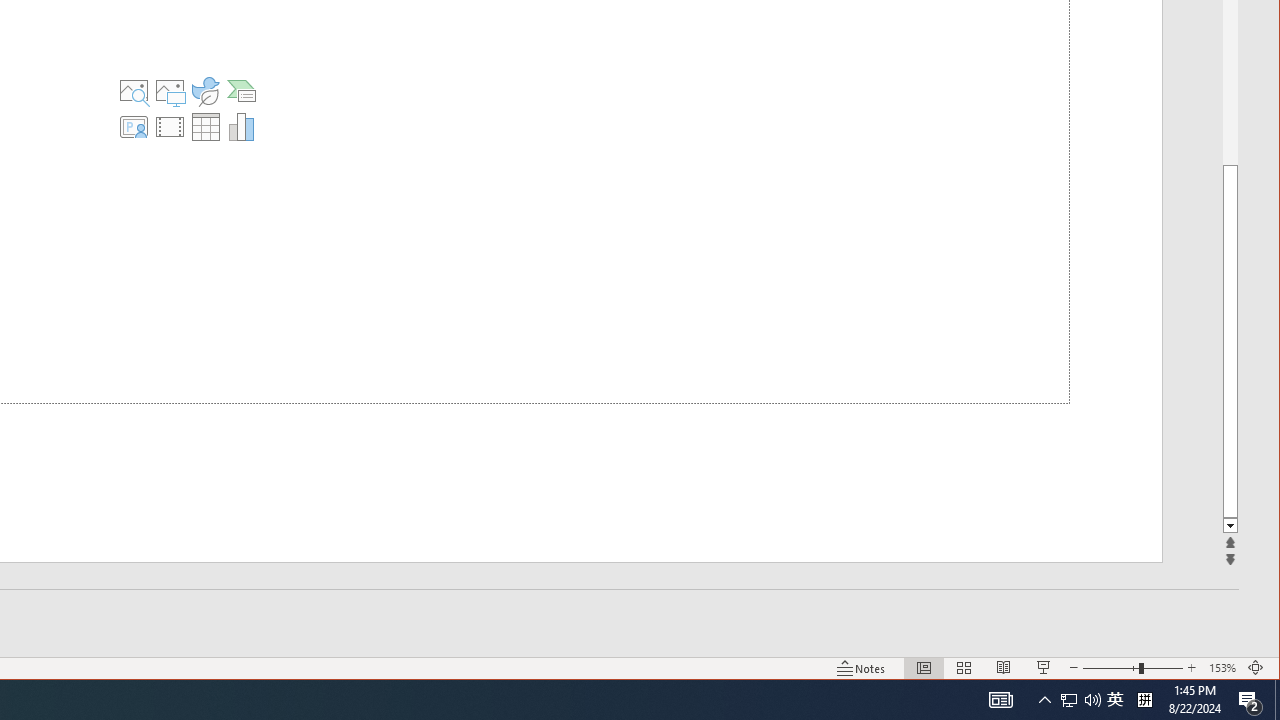 The image size is (1280, 720). Describe the element at coordinates (1221, 668) in the screenshot. I see `'Zoom 153%'` at that location.